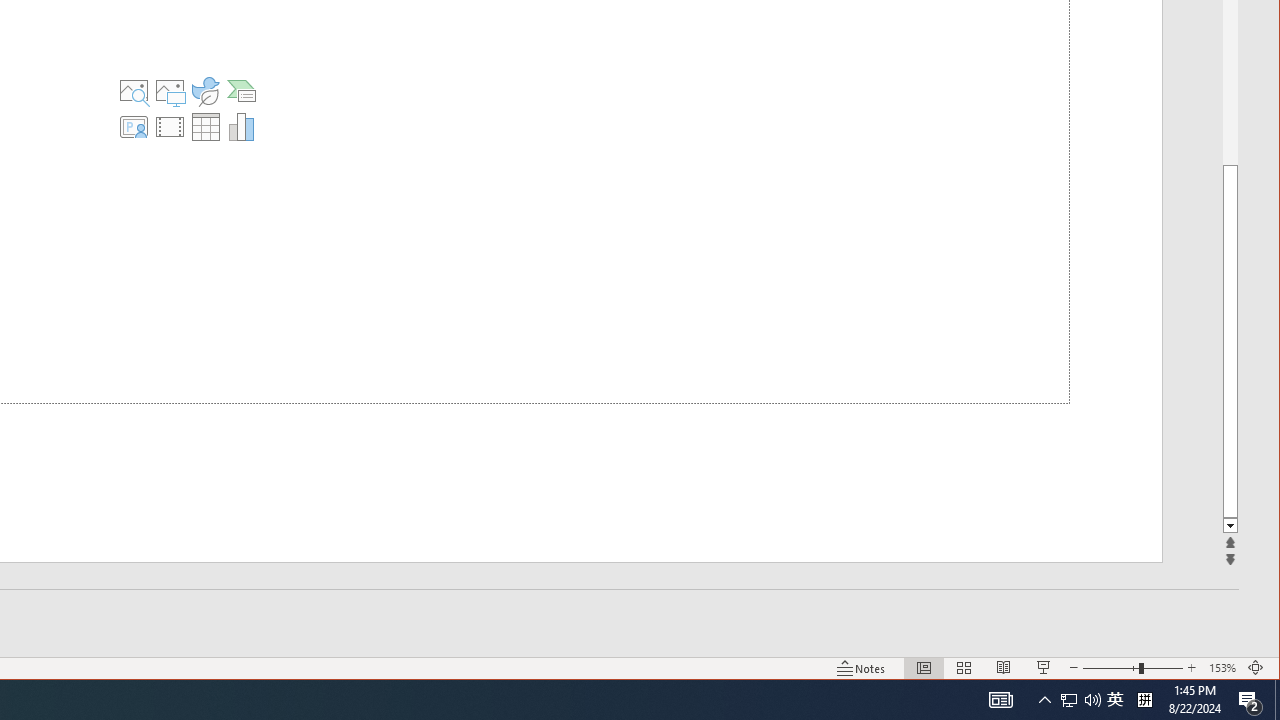 The image size is (1280, 720). Describe the element at coordinates (1221, 668) in the screenshot. I see `'Zoom 153%'` at that location.